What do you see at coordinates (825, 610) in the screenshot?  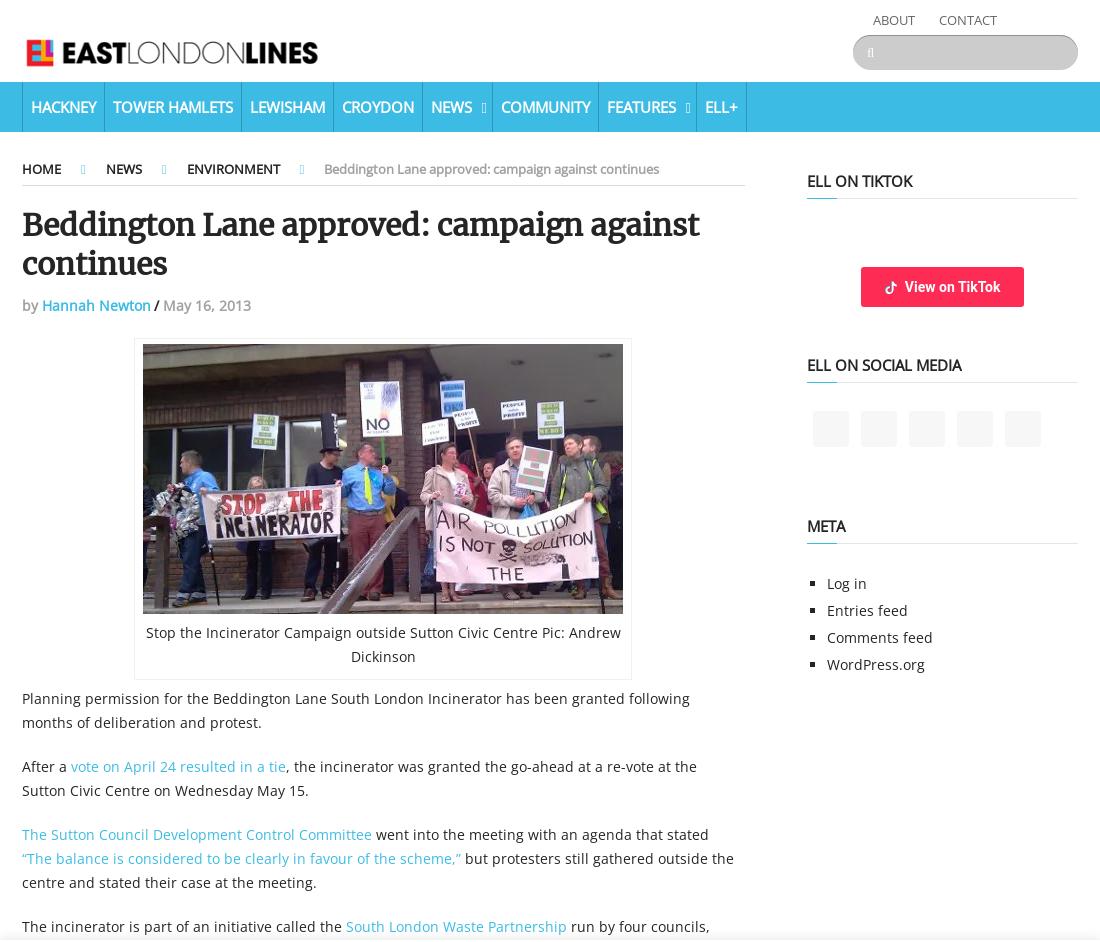 I see `'Entries feed'` at bounding box center [825, 610].